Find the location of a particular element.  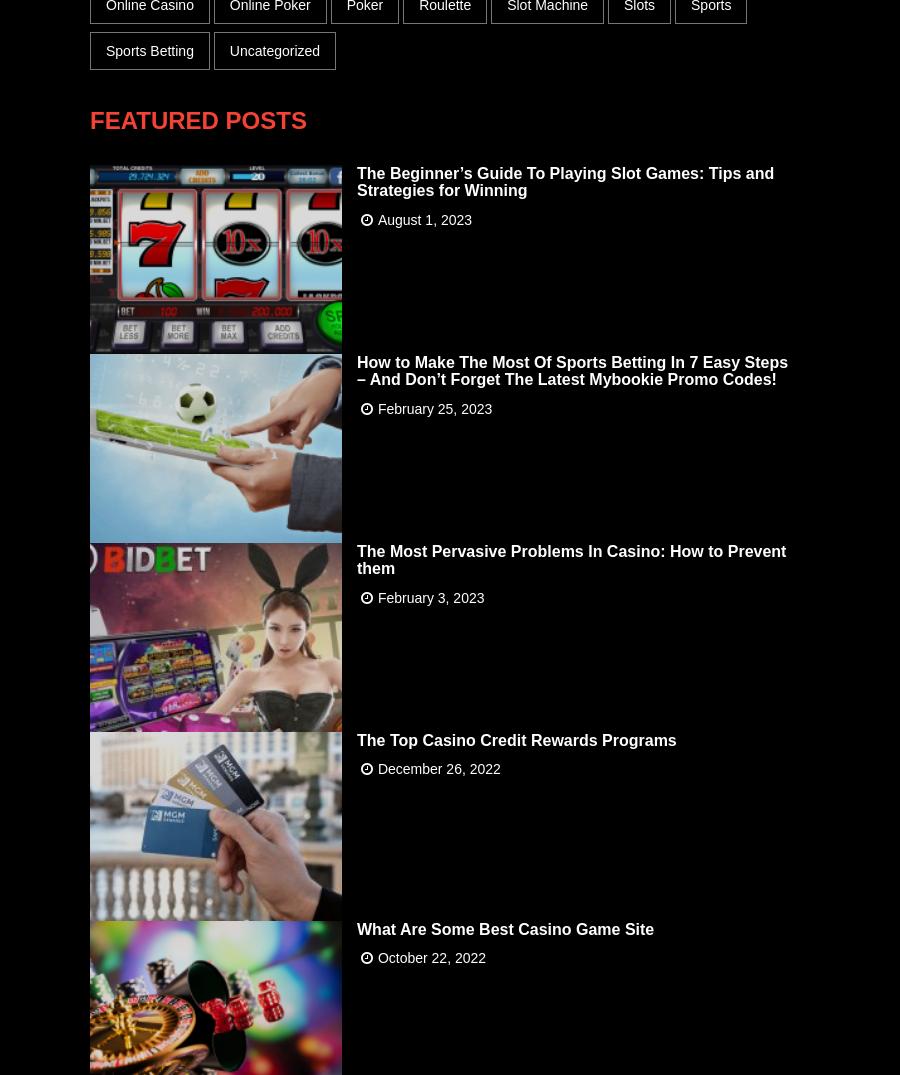

'Uncategorized' is located at coordinates (273, 48).